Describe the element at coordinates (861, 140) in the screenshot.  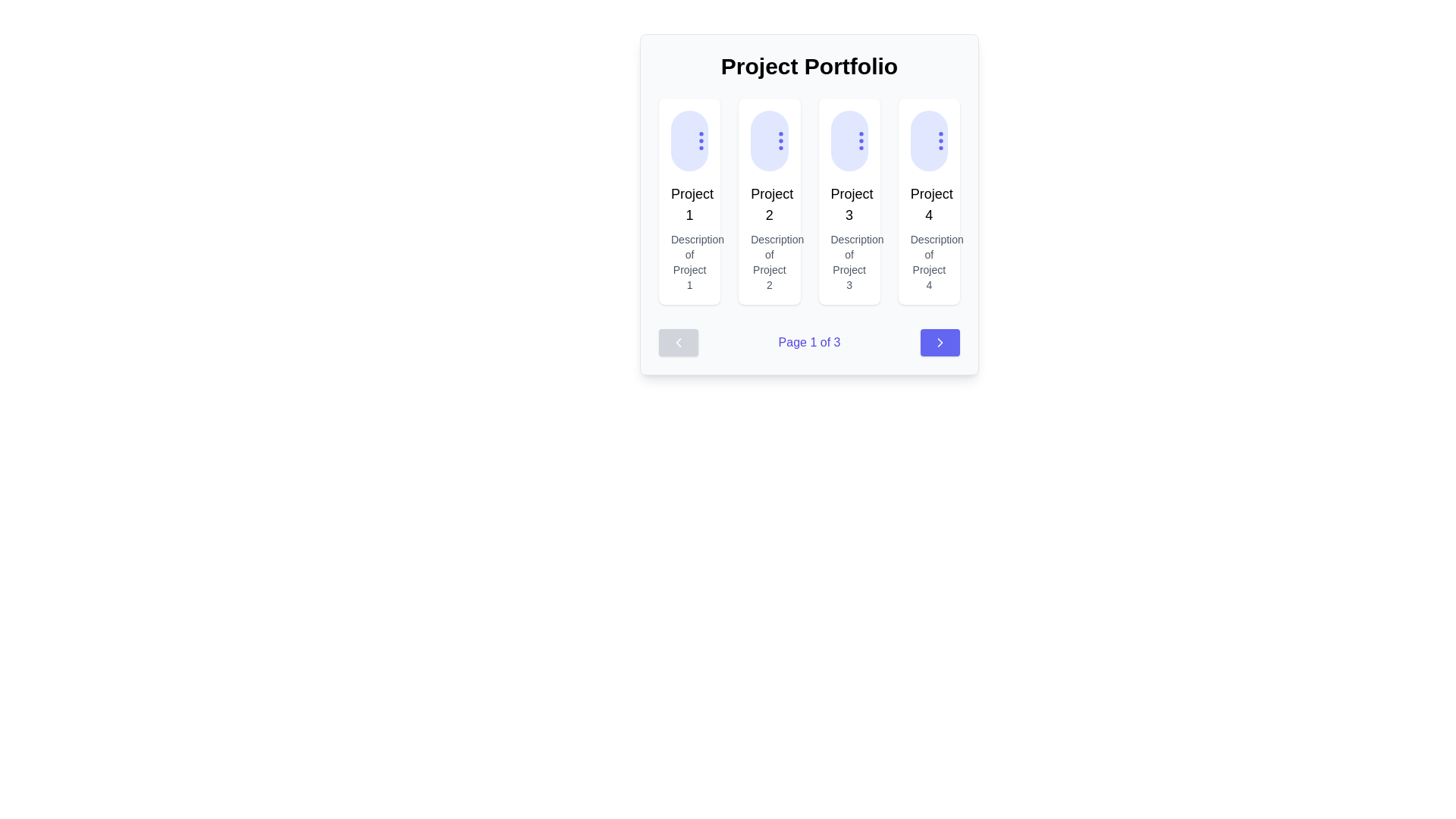
I see `the Three-dot vertical ellipsis icon located in the circular indigo-hued area at the top of the third card in the 'Project Portfolio' section` at that location.